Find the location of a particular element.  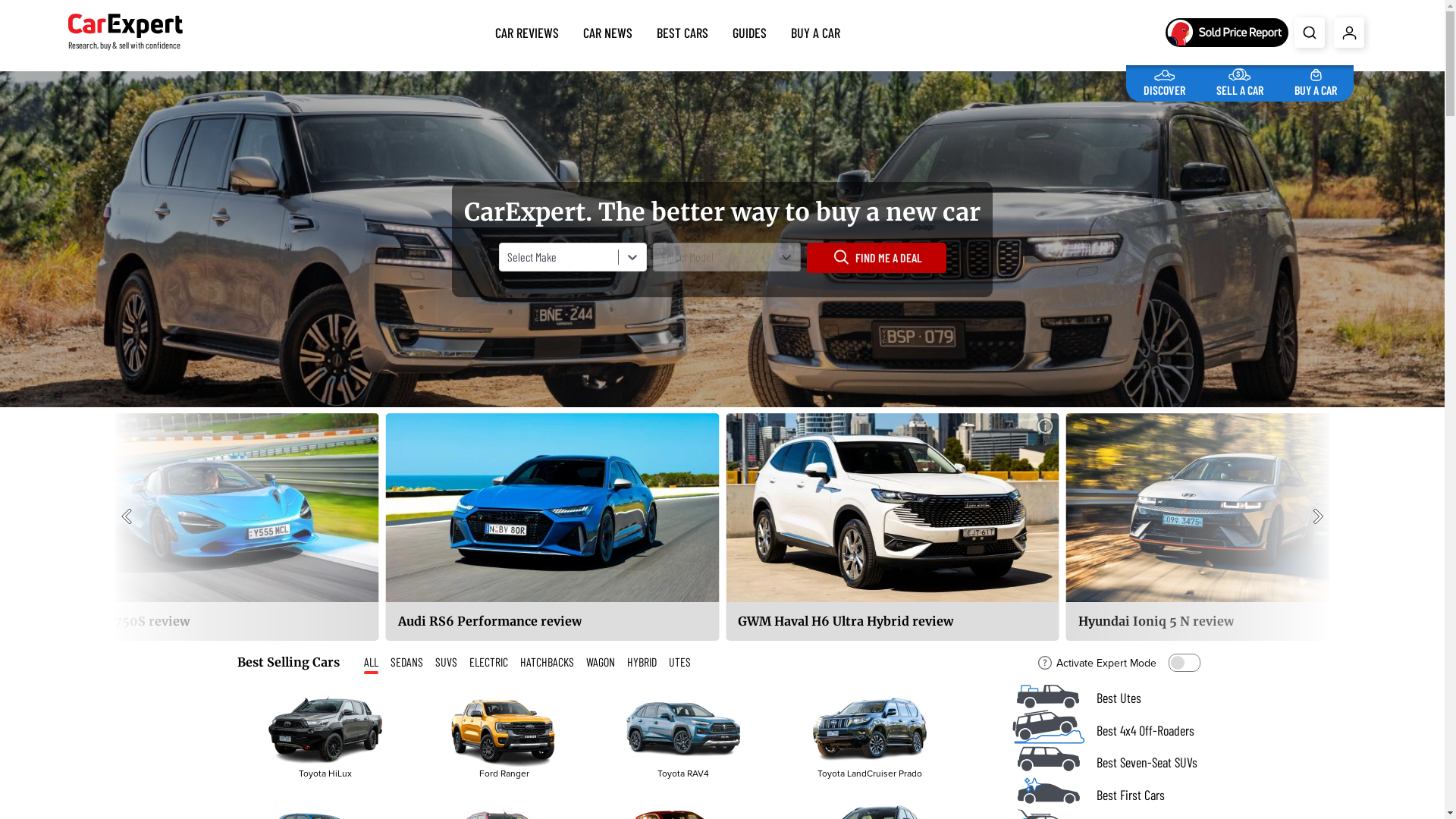

'CAR NEWS' is located at coordinates (607, 29).